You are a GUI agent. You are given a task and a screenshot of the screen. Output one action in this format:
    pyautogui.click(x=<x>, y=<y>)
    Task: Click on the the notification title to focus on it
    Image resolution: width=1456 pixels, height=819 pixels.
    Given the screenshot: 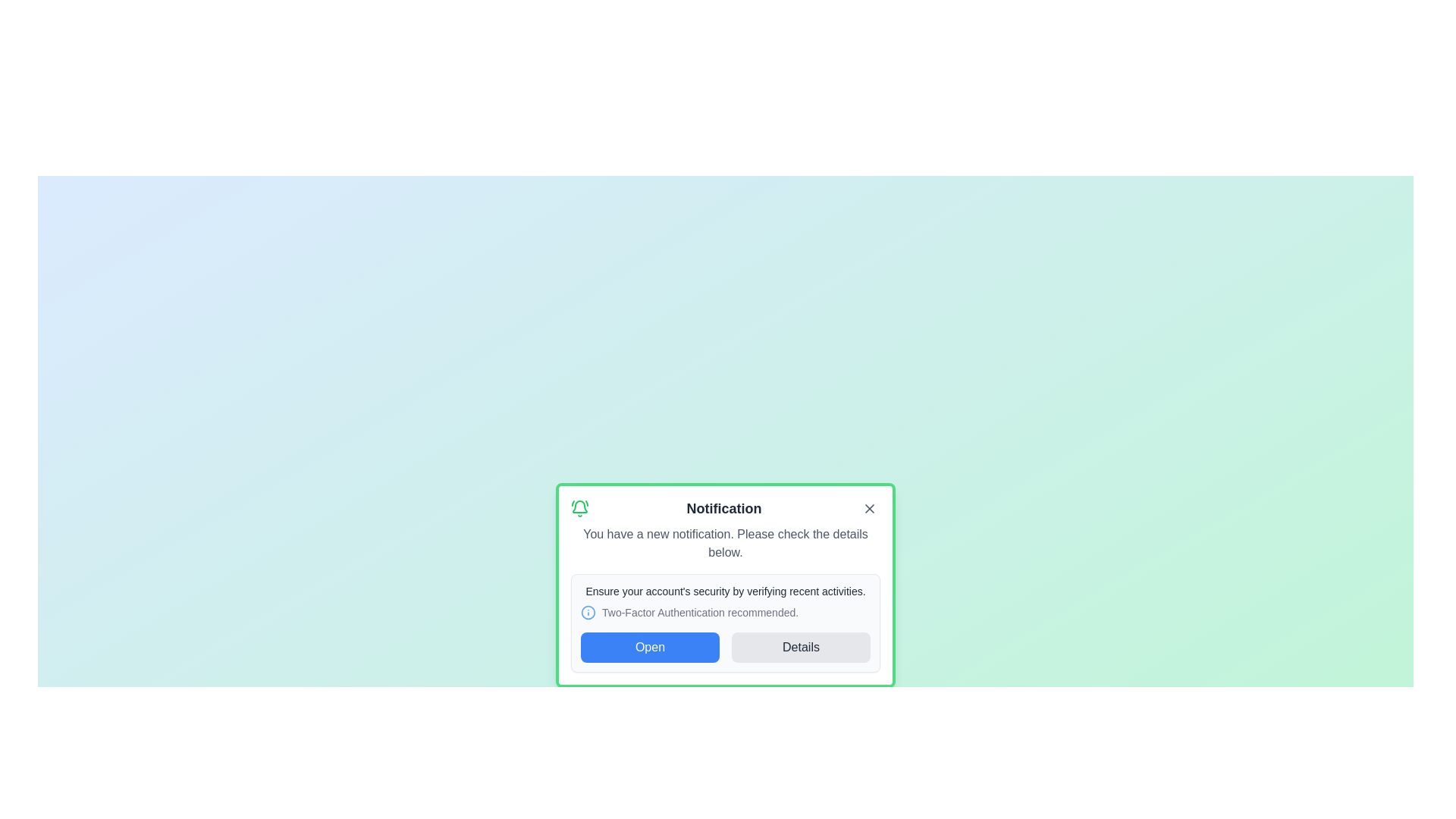 What is the action you would take?
    pyautogui.click(x=724, y=509)
    